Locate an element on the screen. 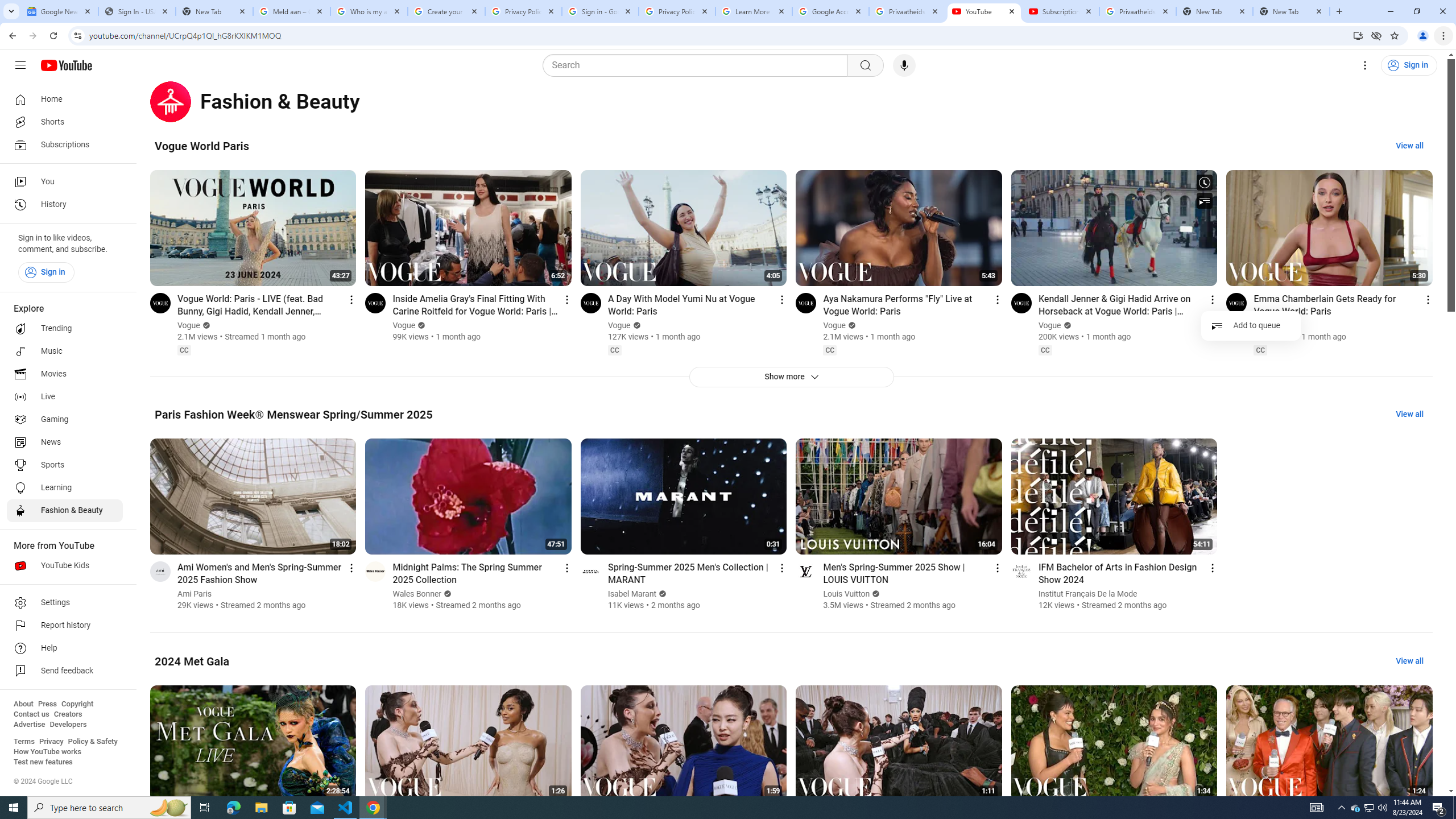 Image resolution: width=1456 pixels, height=819 pixels. 'News' is located at coordinates (64, 442).